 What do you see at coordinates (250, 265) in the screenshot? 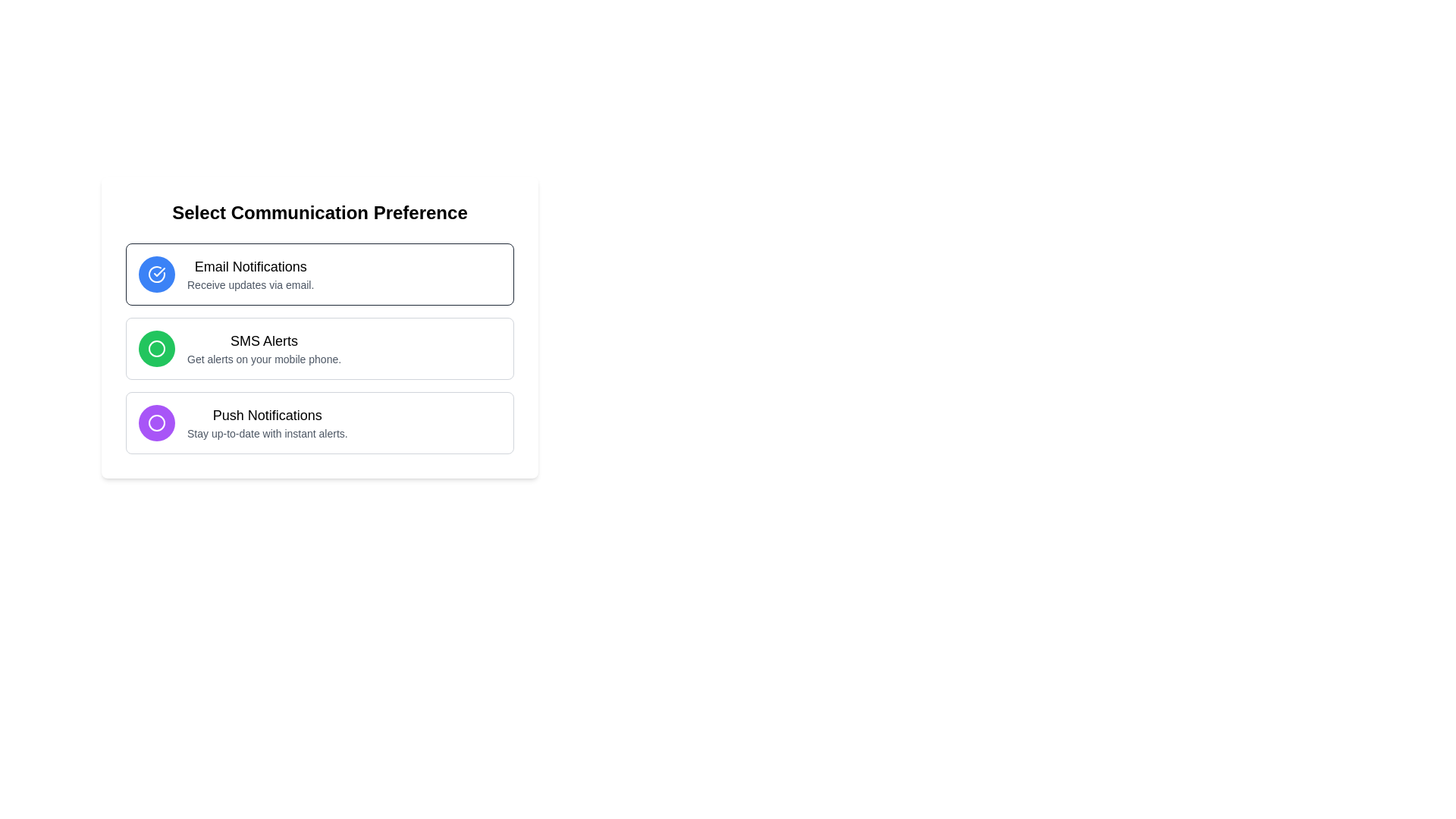
I see `the text label 'Email Notifications' which is styled as a title or heading, positioned above the description 'Receive updates via email' in the communication preferences list` at bounding box center [250, 265].